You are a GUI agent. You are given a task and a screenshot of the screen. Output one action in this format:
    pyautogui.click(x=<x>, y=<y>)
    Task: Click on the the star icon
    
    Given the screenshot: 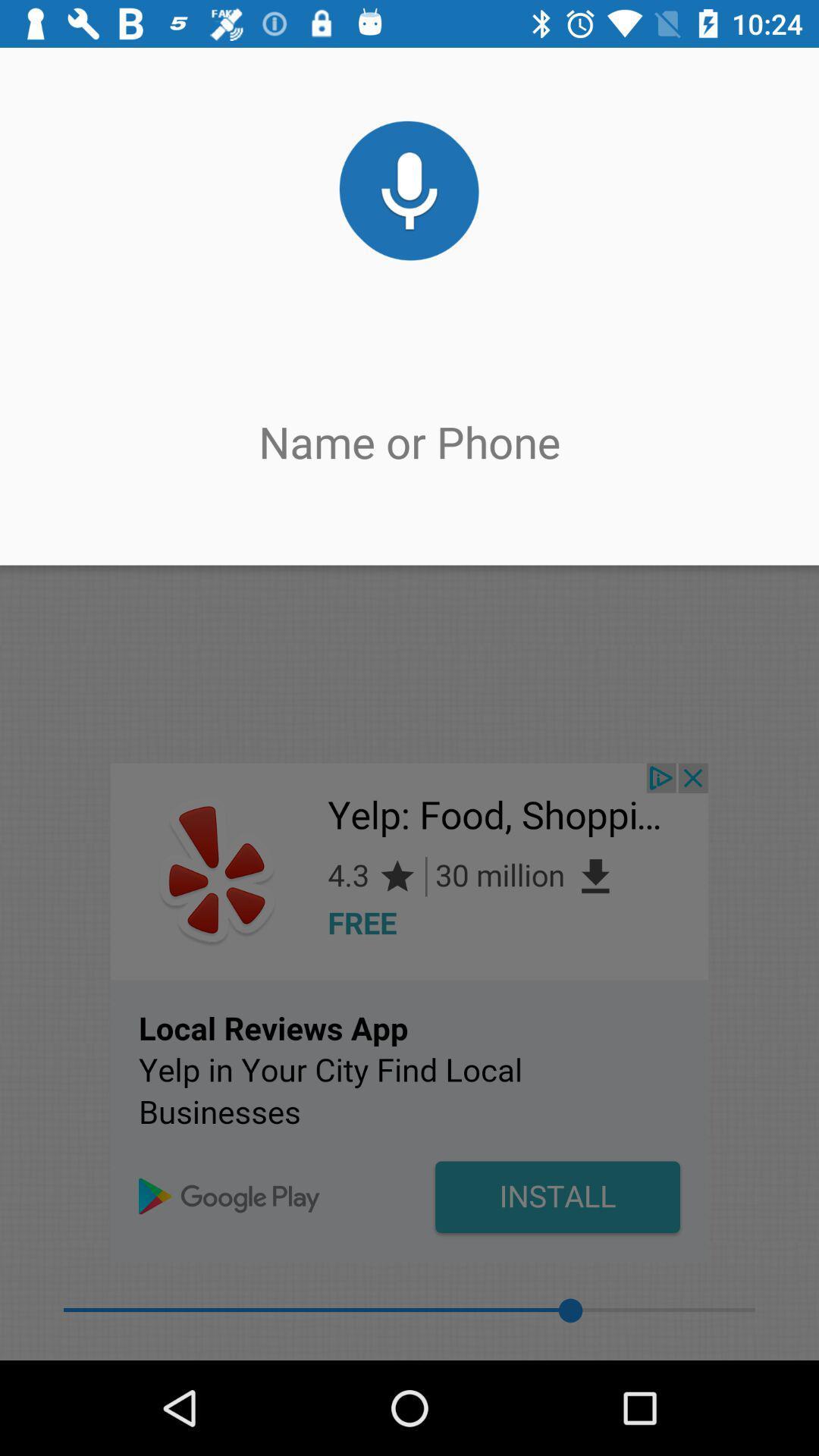 What is the action you would take?
    pyautogui.click(x=501, y=102)
    